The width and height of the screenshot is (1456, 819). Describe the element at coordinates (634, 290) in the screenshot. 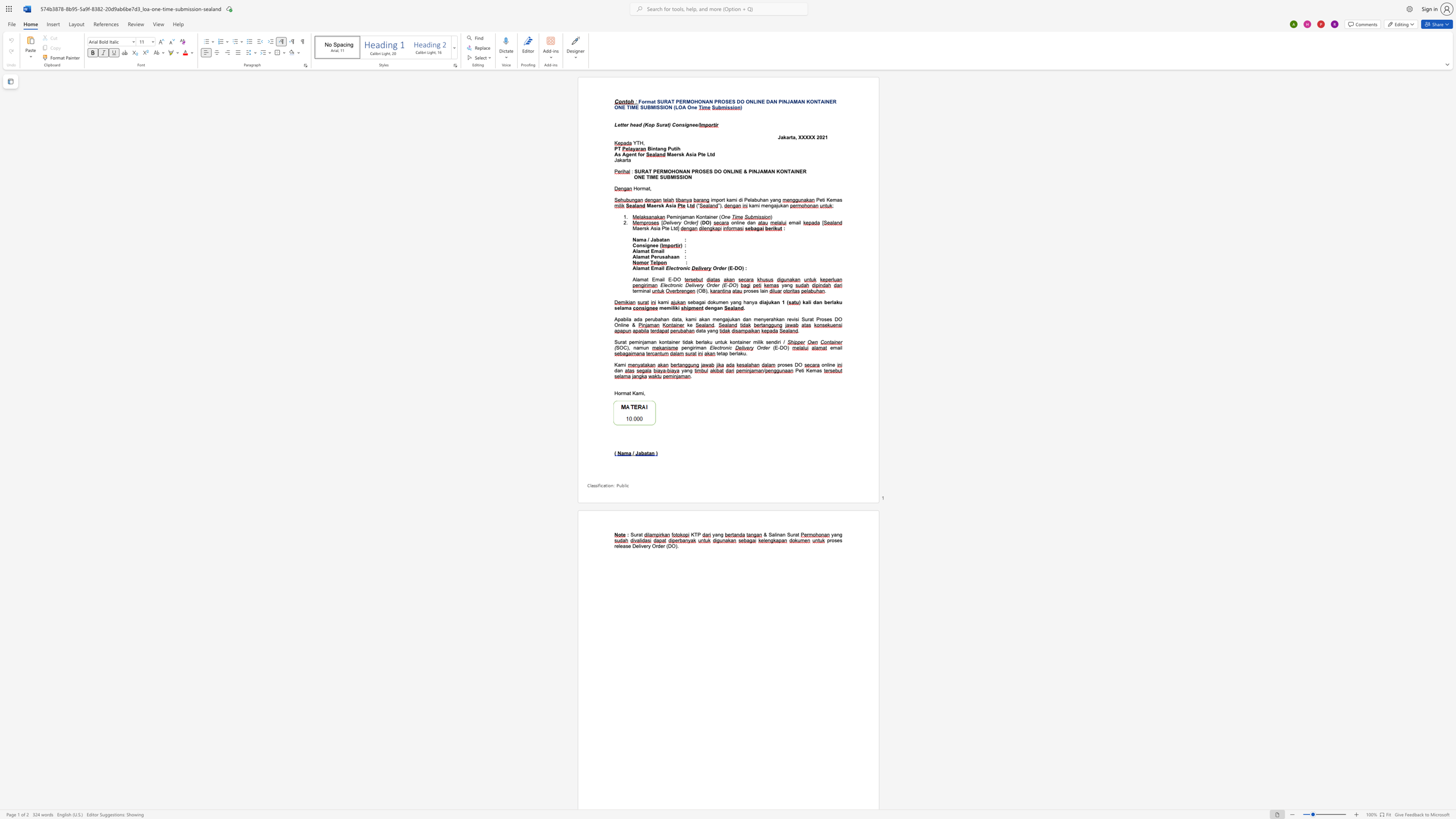

I see `the subset text "er" within the text "terminal"` at that location.